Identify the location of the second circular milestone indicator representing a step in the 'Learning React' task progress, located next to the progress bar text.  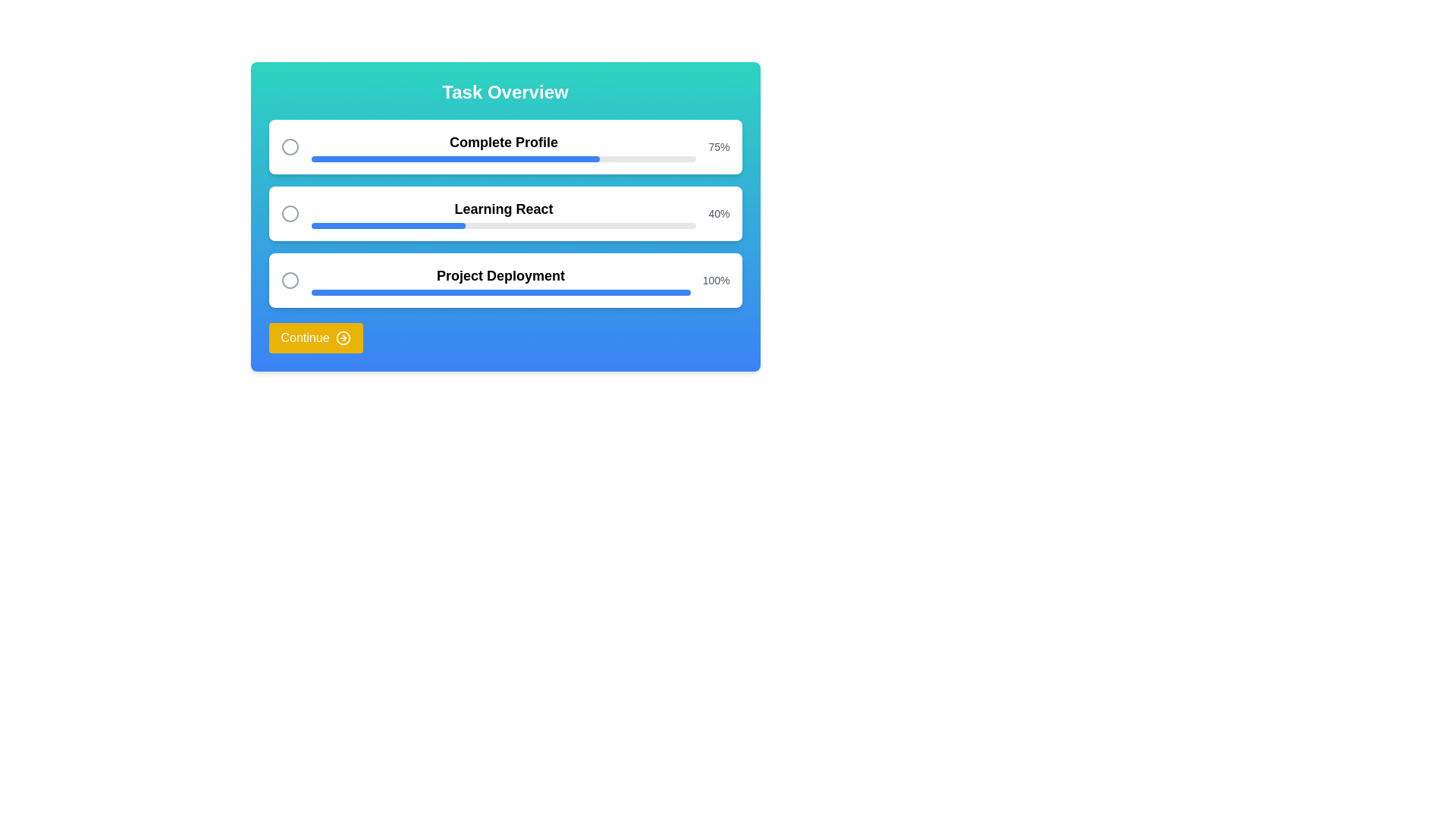
(290, 213).